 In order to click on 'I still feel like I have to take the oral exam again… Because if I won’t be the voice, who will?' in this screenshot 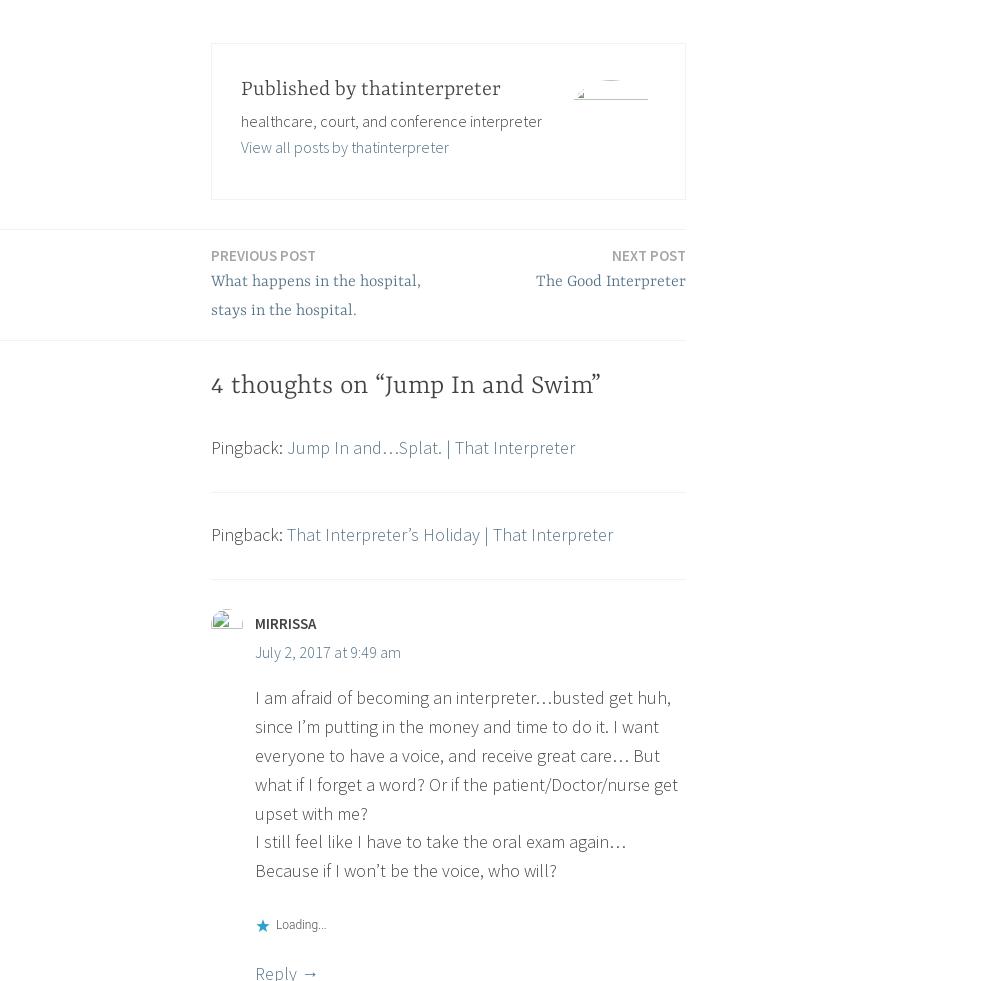, I will do `click(439, 856)`.